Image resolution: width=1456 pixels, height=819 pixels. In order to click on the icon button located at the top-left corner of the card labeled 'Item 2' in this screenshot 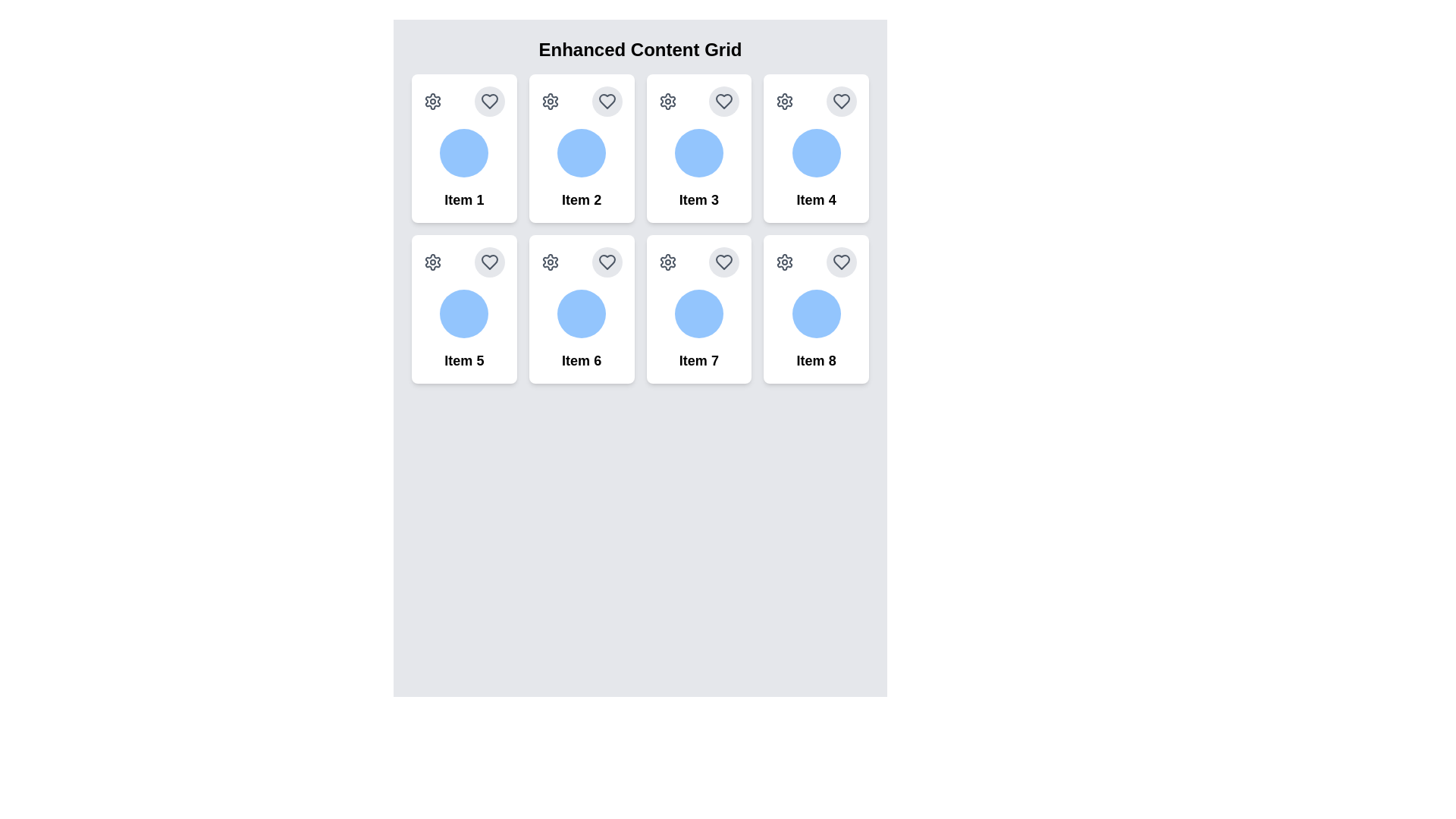, I will do `click(549, 102)`.